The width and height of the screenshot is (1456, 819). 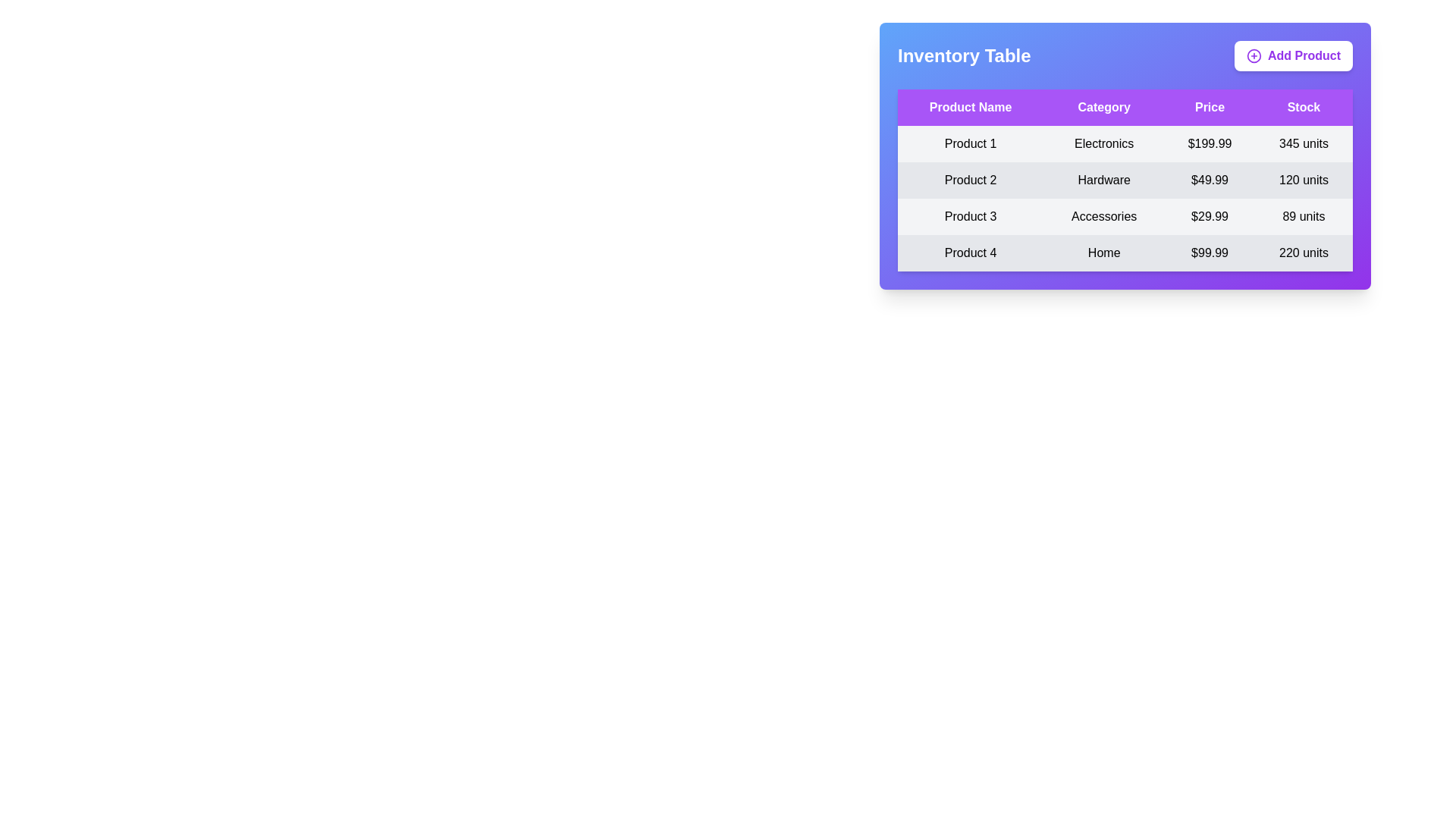 I want to click on the row corresponding to Product 3, so click(x=1125, y=216).